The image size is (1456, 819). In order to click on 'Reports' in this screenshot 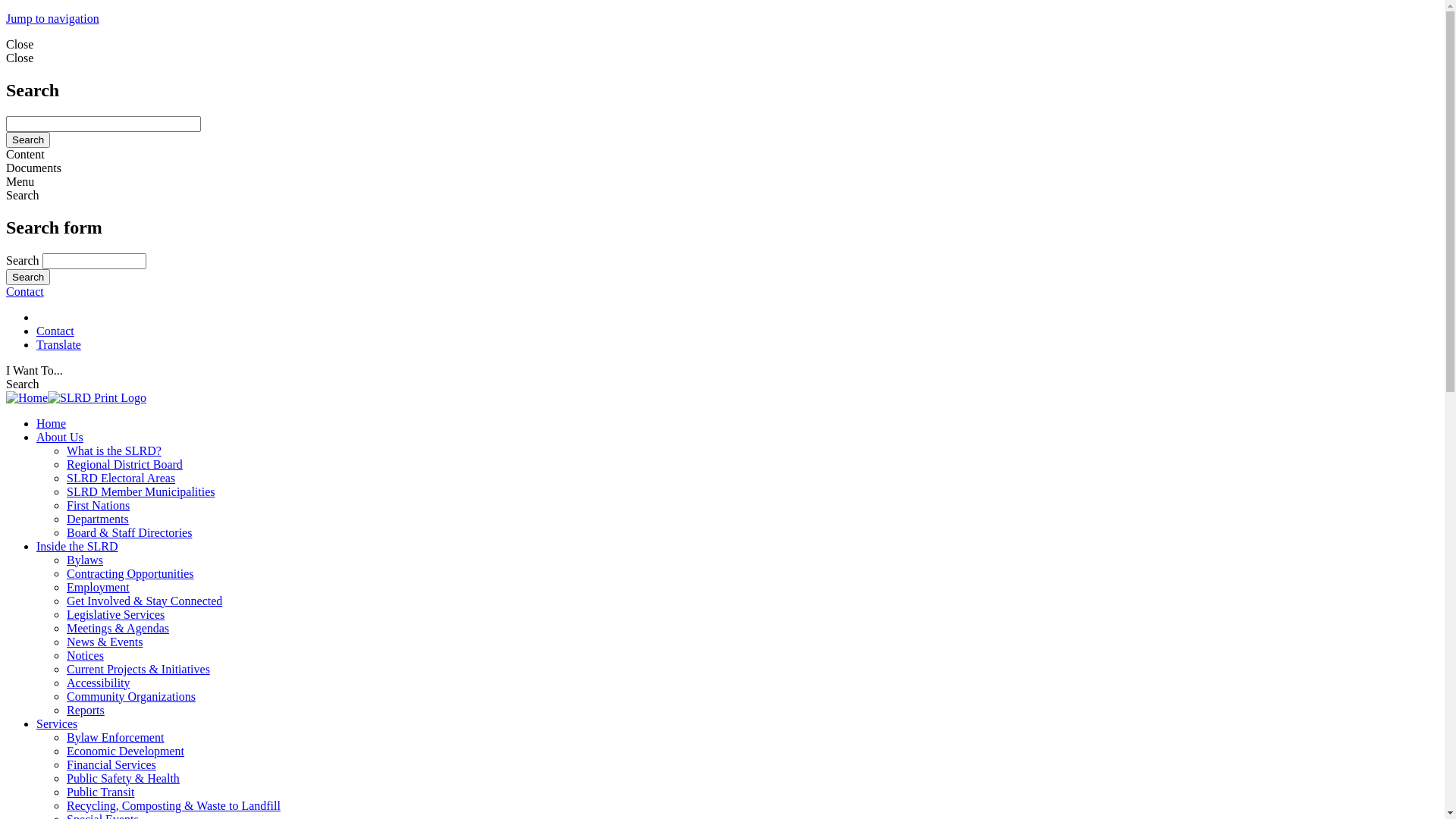, I will do `click(85, 710)`.